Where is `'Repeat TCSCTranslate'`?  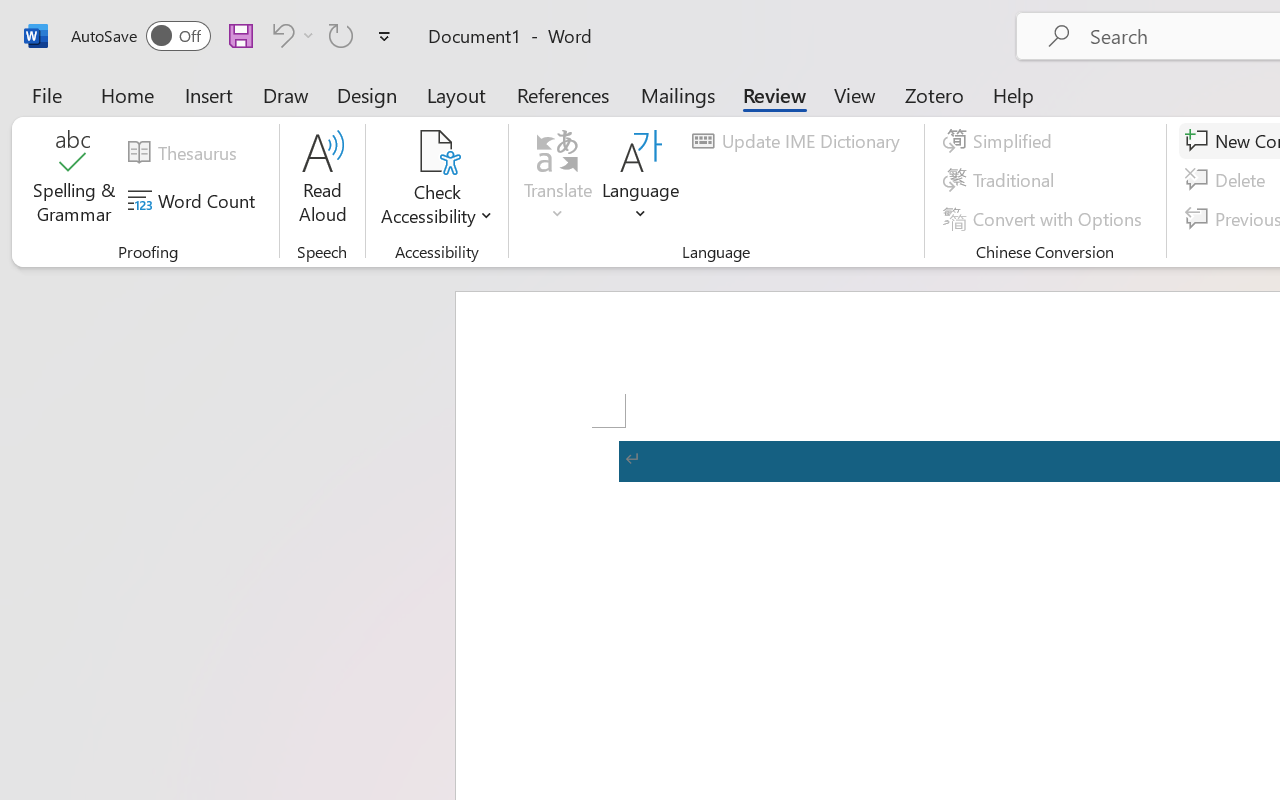
'Repeat TCSCTranslate' is located at coordinates (341, 34).